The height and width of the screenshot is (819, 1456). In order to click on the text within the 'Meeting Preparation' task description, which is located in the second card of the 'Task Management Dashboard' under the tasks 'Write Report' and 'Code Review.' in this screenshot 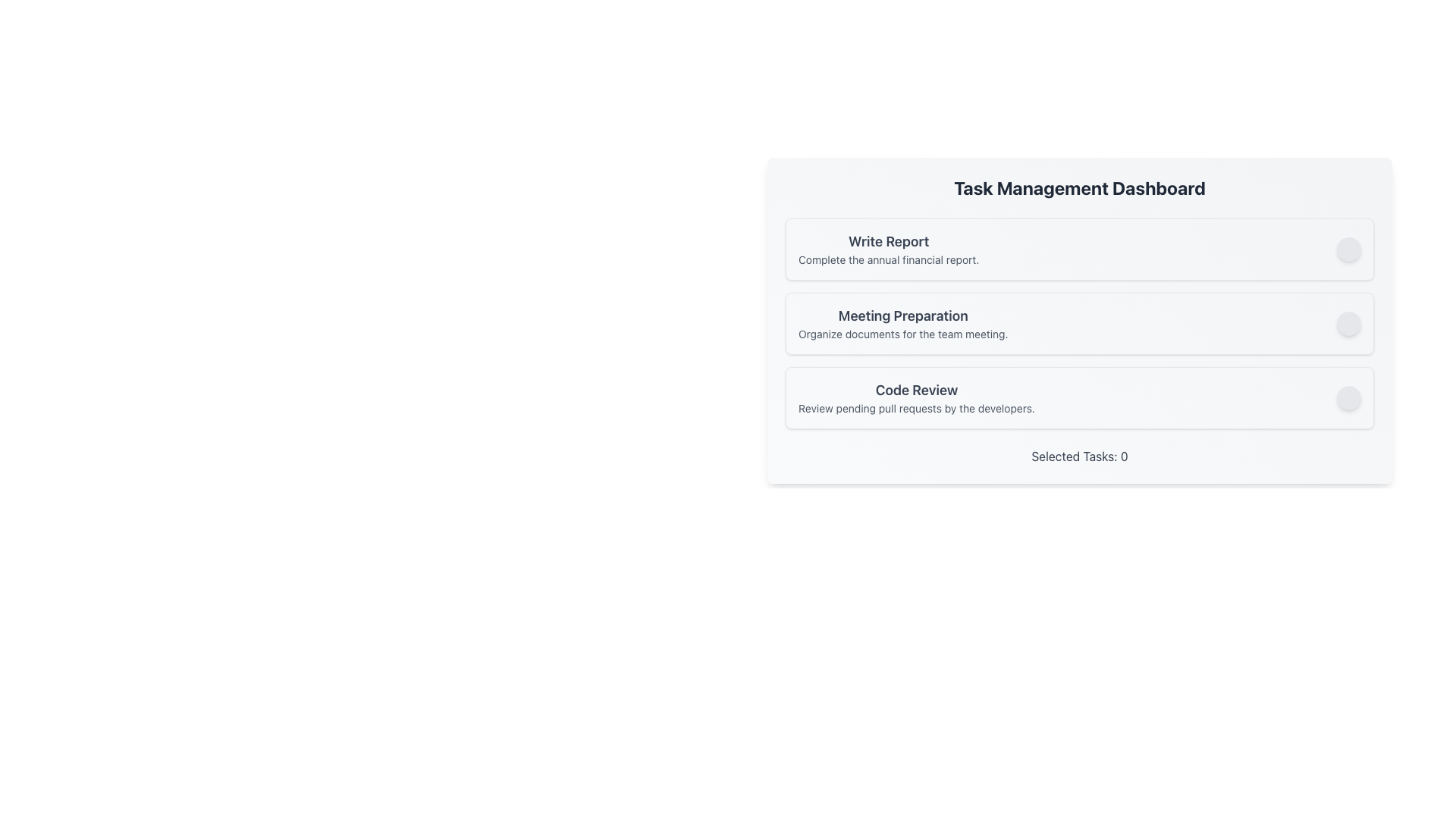, I will do `click(903, 323)`.